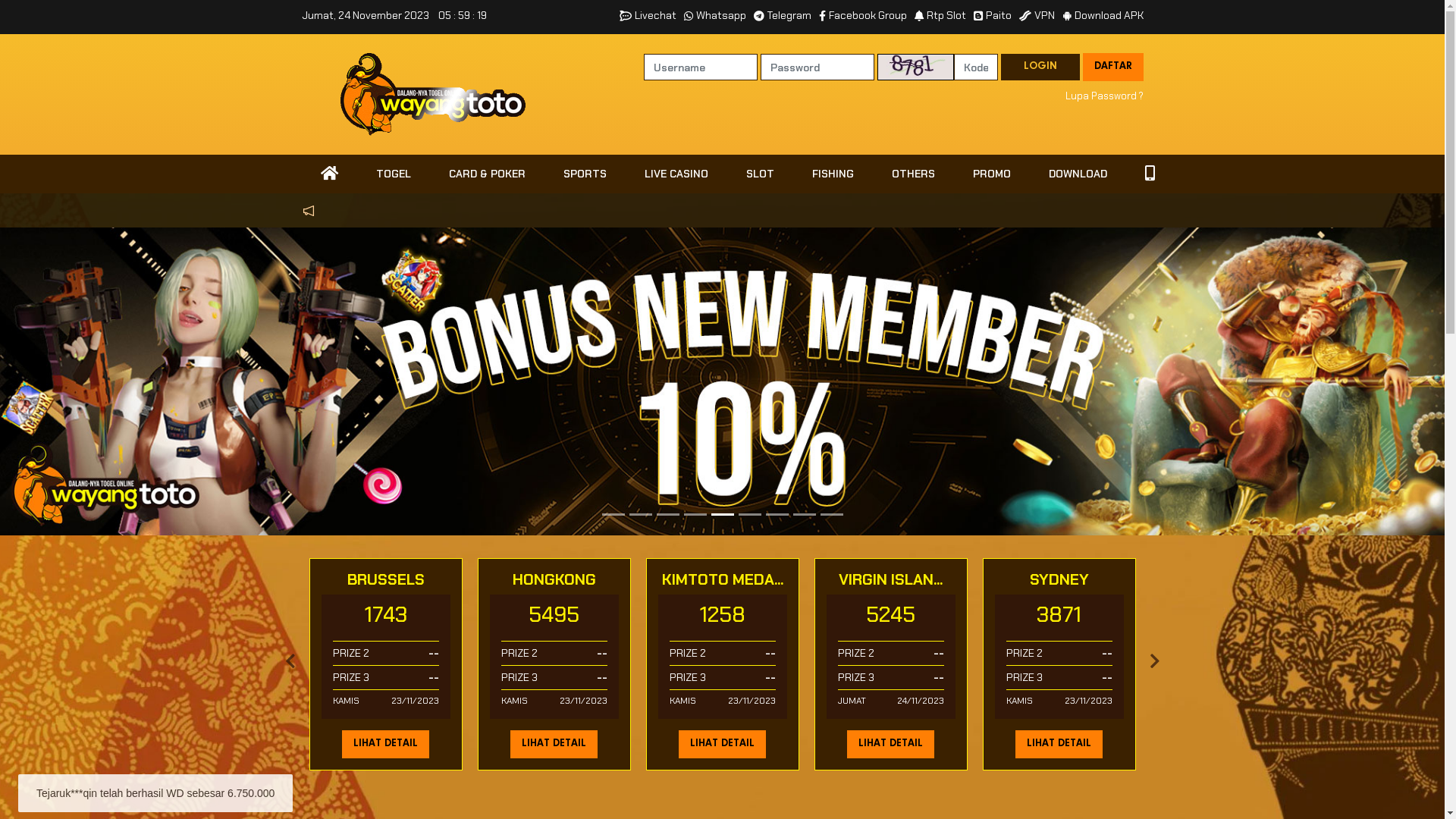 The width and height of the screenshot is (1456, 819). I want to click on 'Livechat', so click(619, 15).